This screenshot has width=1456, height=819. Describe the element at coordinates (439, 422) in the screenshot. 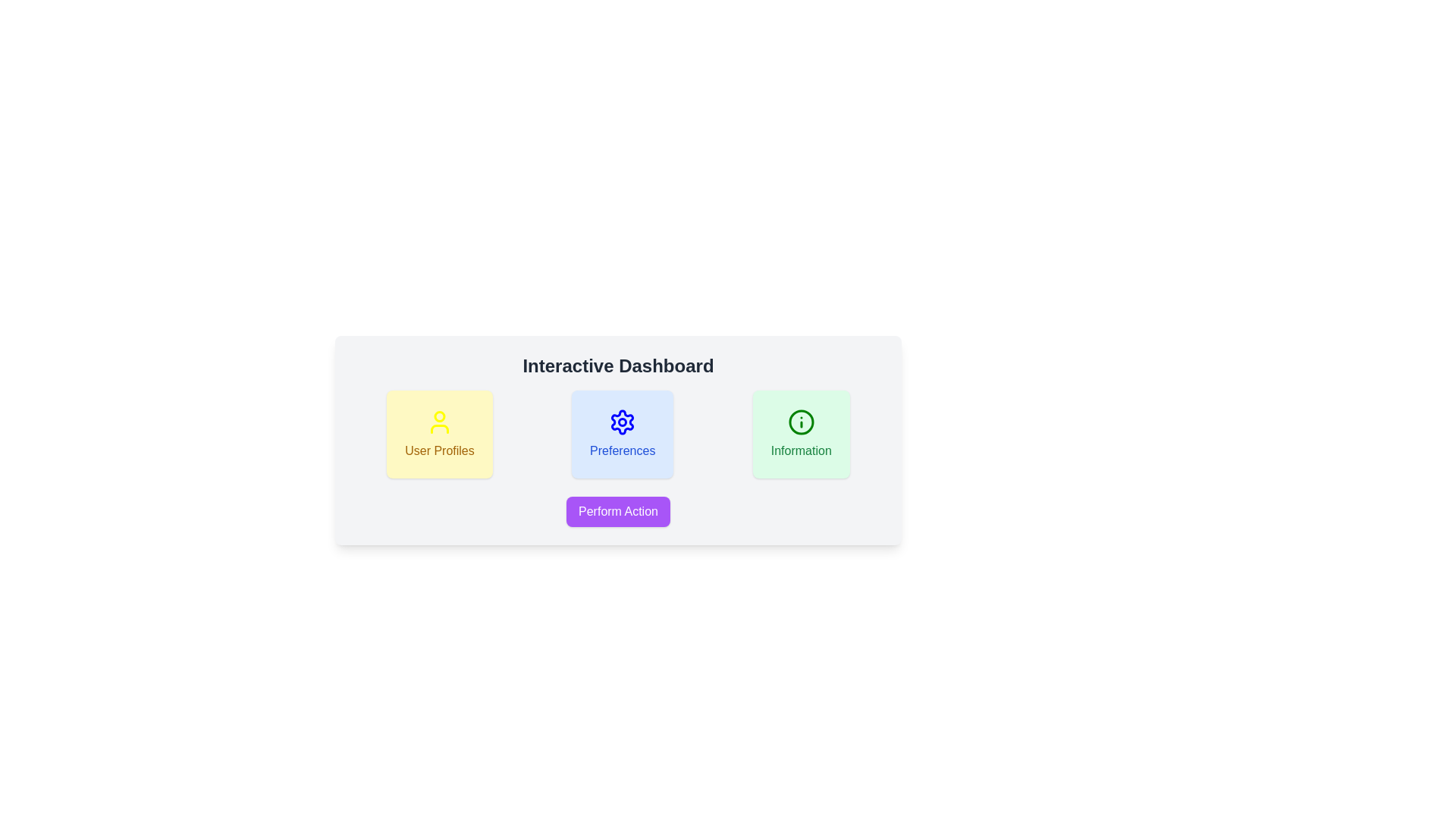

I see `the 'User Profiles' icon located within the yellow rectangular section on the left side of the dashboard, positioned above the visible text 'User Profiles'` at that location.